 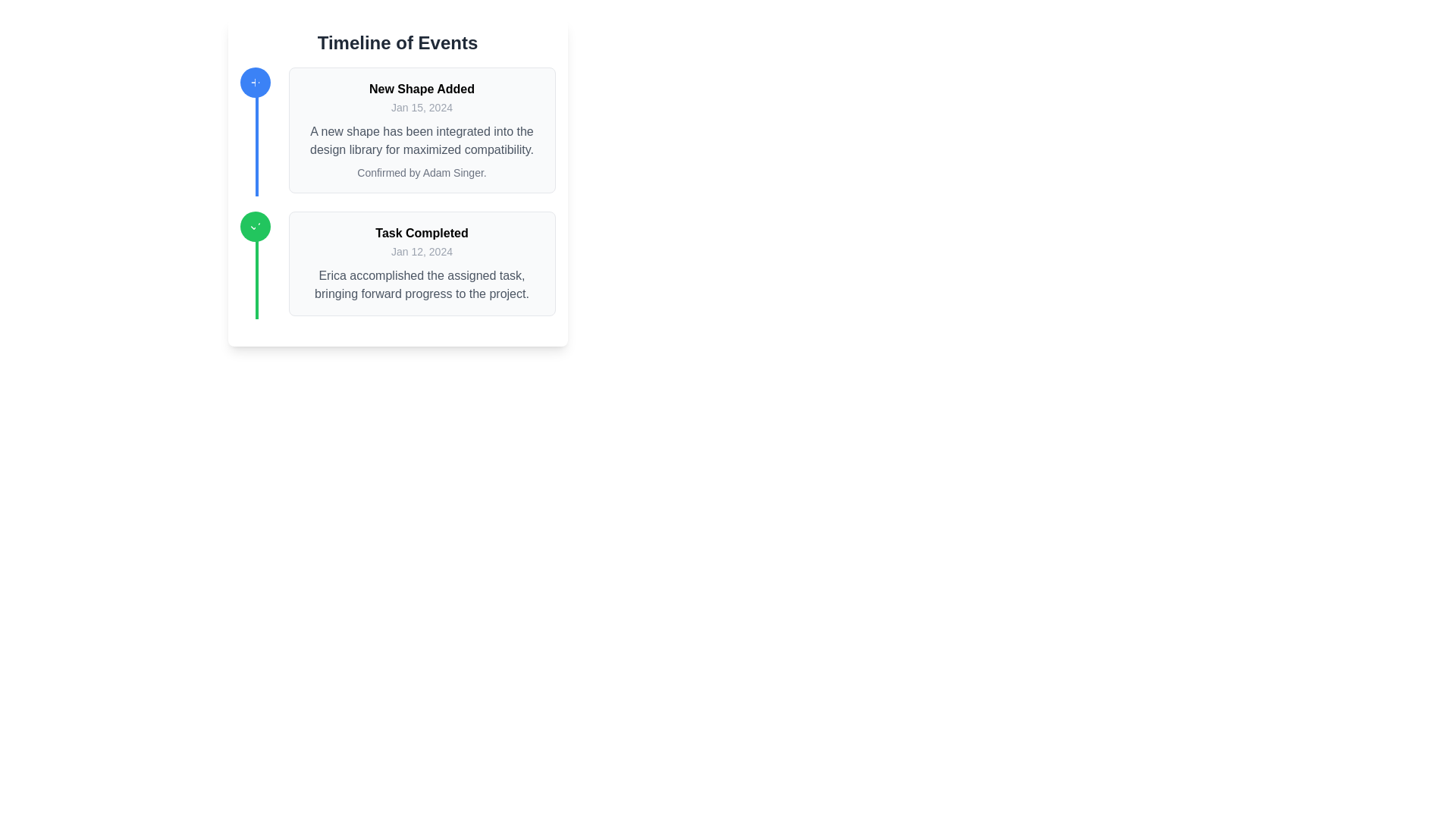 What do you see at coordinates (422, 262) in the screenshot?
I see `the Informational box that displays 'Task Completed', the date 'Jan 12, 2024', and a description about Erica's task accomplishment` at bounding box center [422, 262].